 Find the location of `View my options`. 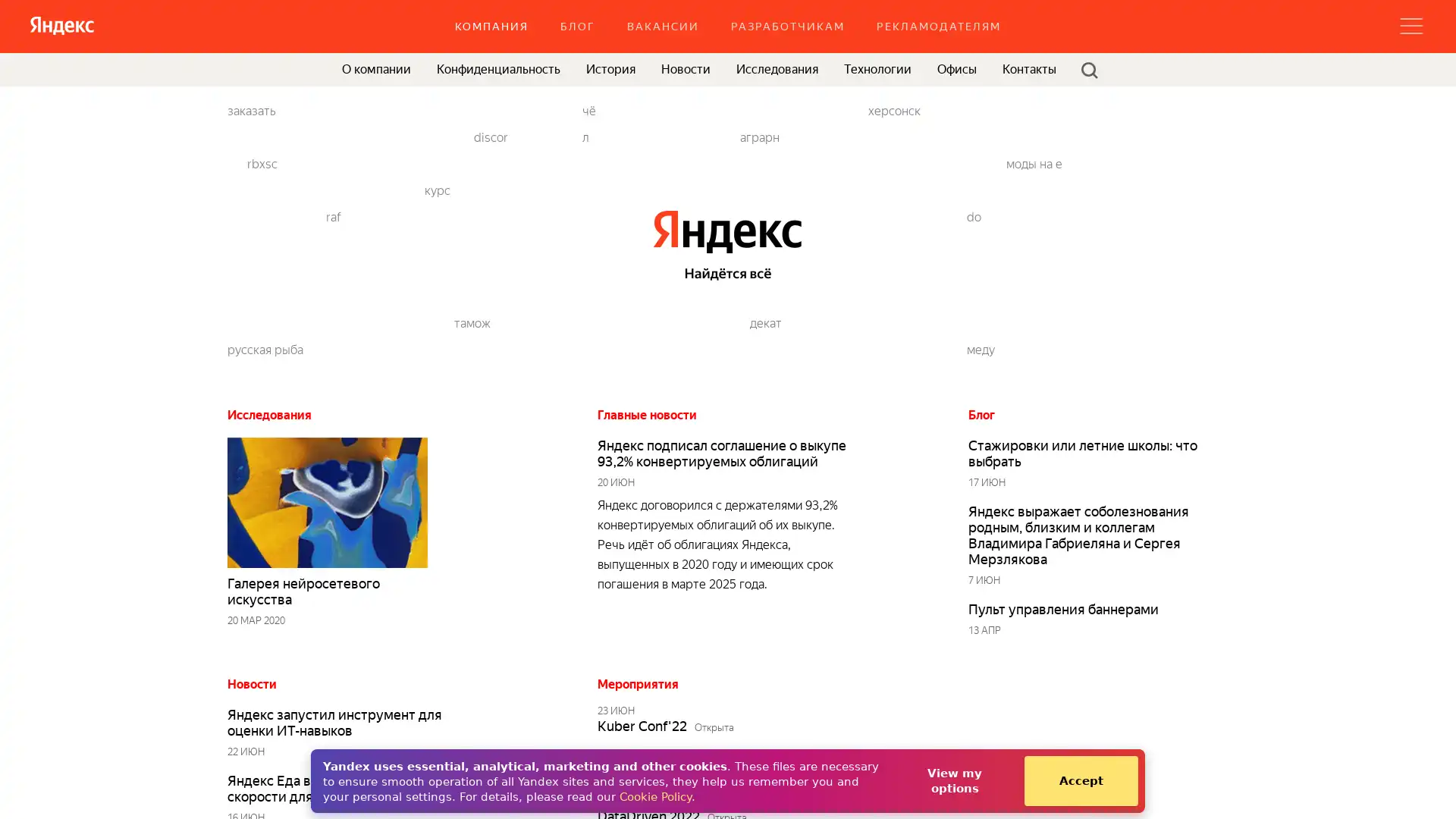

View my options is located at coordinates (953, 780).